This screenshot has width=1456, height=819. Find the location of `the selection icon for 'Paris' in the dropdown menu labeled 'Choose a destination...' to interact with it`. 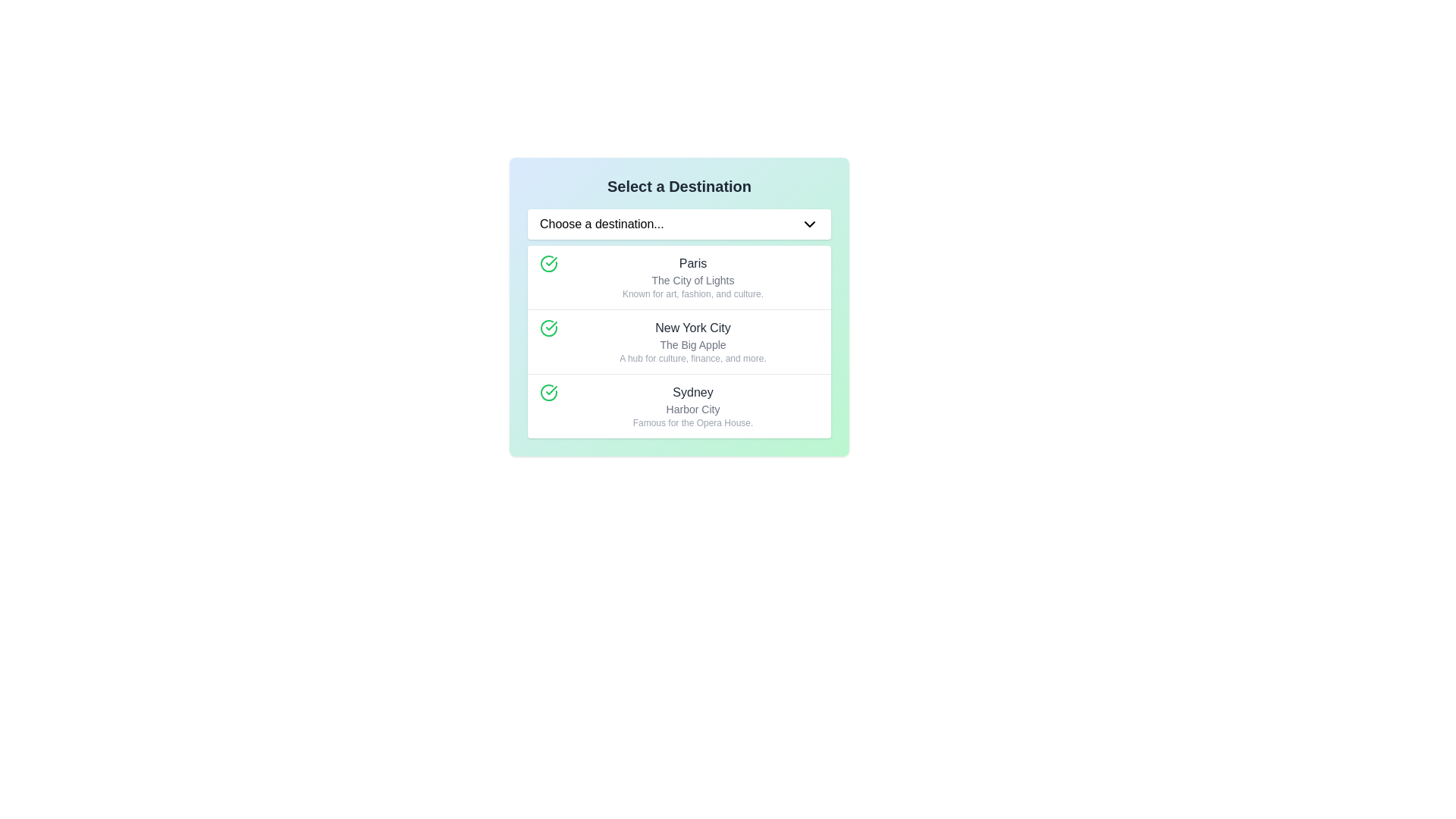

the selection icon for 'Paris' in the dropdown menu labeled 'Choose a destination...' to interact with it is located at coordinates (548, 262).